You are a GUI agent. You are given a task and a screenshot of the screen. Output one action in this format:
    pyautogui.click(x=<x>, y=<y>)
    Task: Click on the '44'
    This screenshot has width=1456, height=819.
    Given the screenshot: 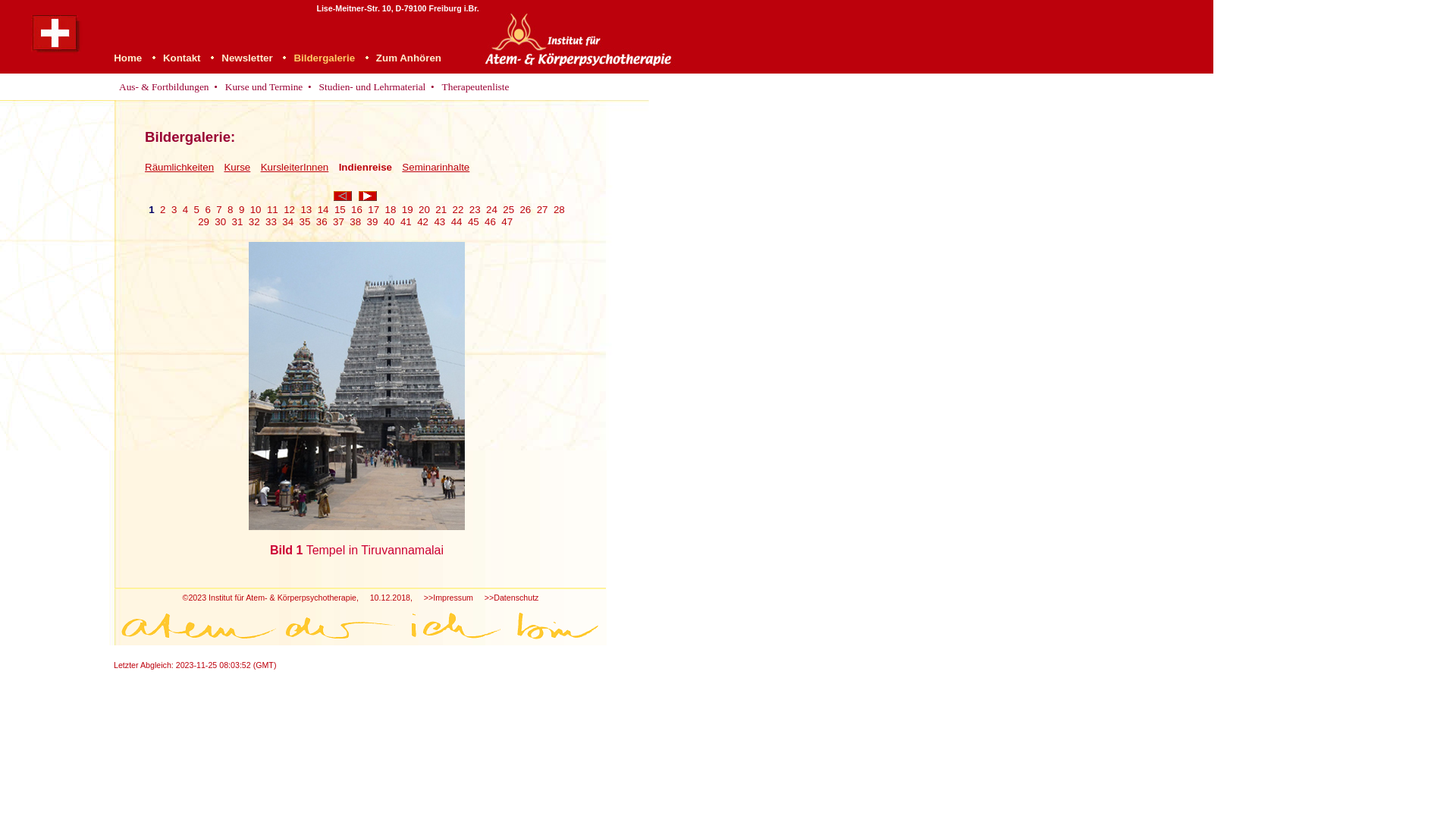 What is the action you would take?
    pyautogui.click(x=450, y=221)
    